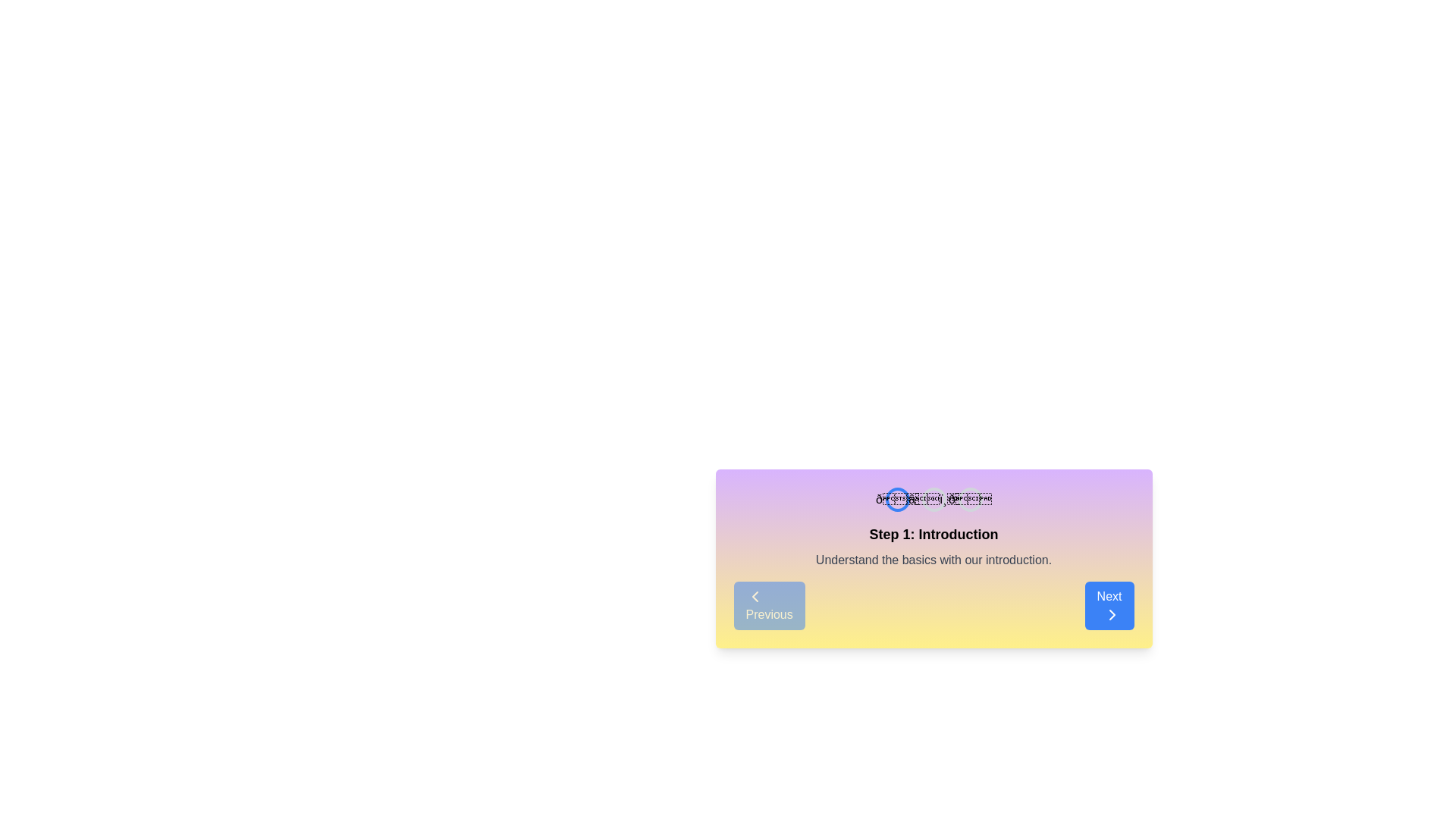  Describe the element at coordinates (933, 547) in the screenshot. I see `the static text display element that shows 'Step 1: Introduction' in bold and 'Understand the basics with our introduction.' in regular font, located in the middle section of a card-like structure` at that location.